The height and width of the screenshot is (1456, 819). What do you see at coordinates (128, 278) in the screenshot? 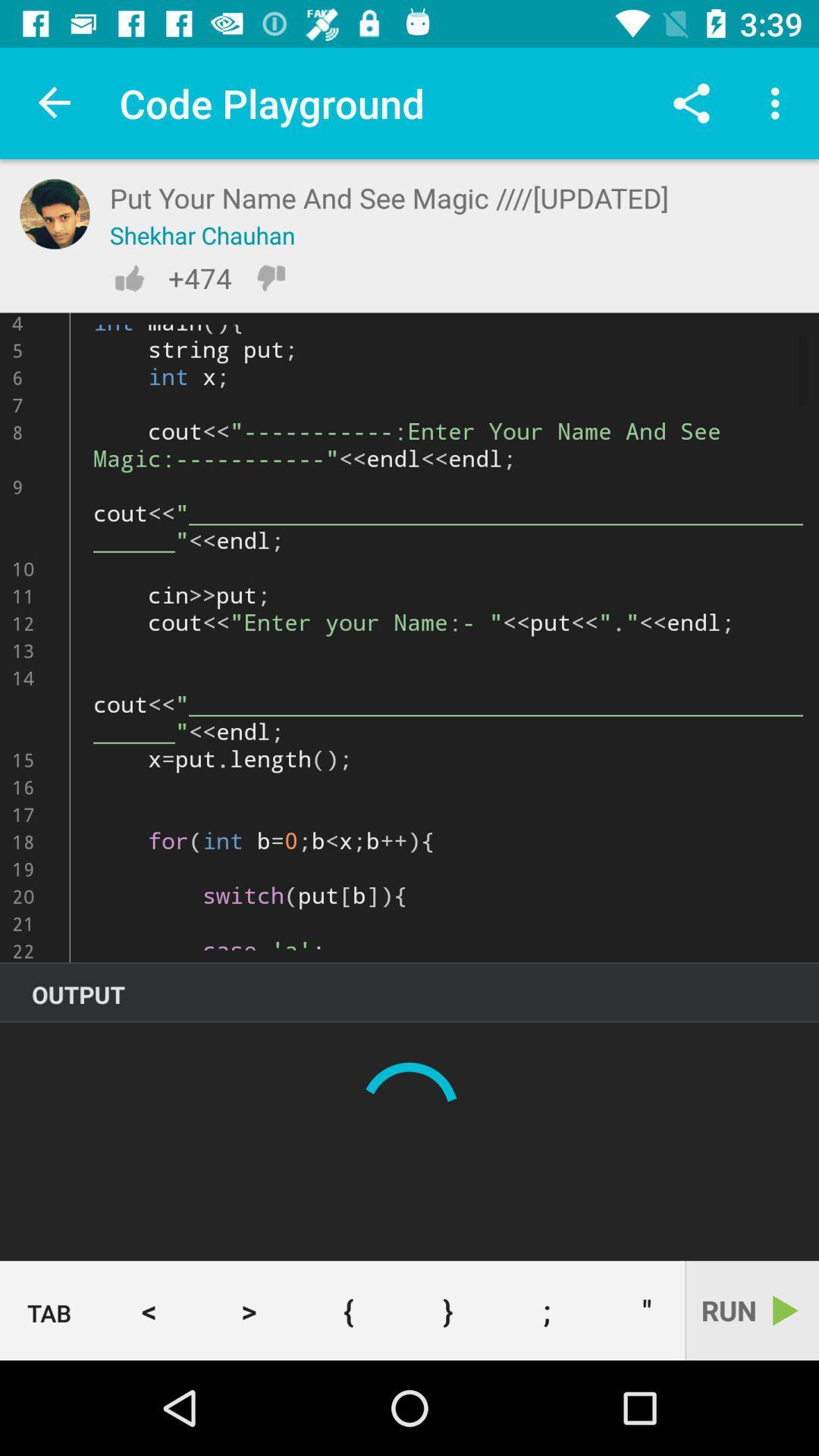
I see `like lesson` at bounding box center [128, 278].